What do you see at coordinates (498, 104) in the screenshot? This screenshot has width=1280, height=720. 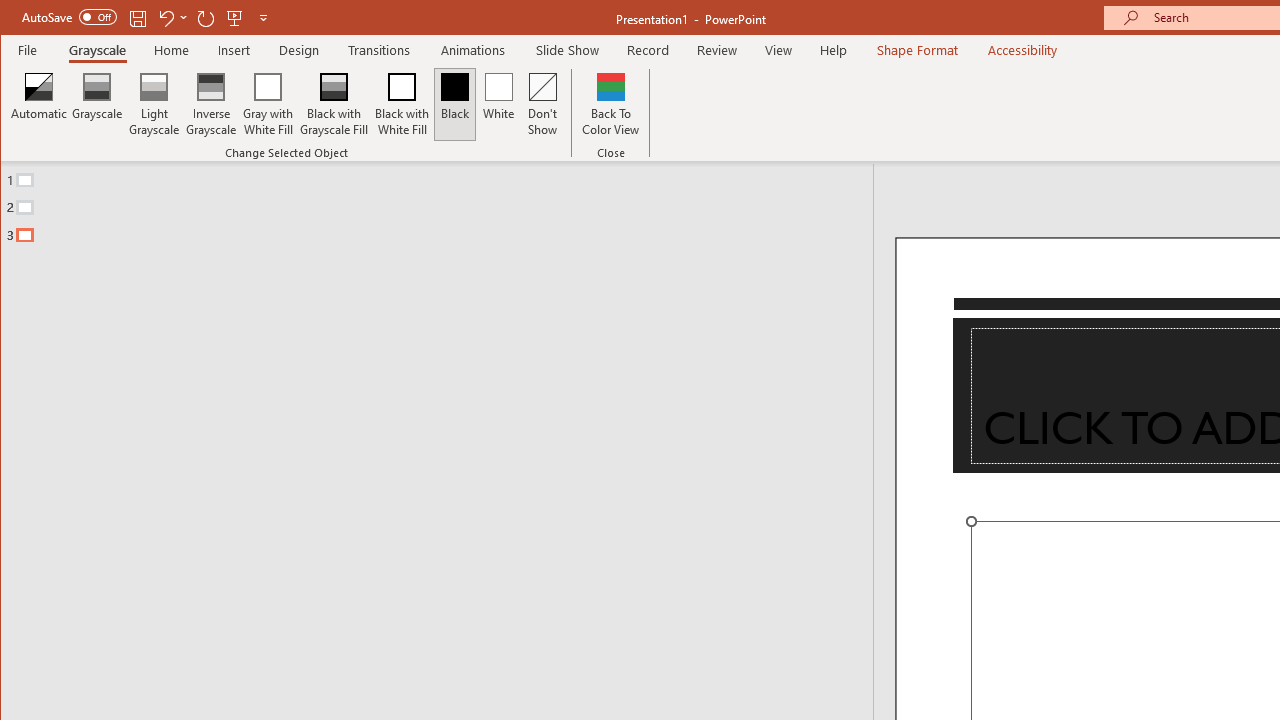 I see `'White'` at bounding box center [498, 104].